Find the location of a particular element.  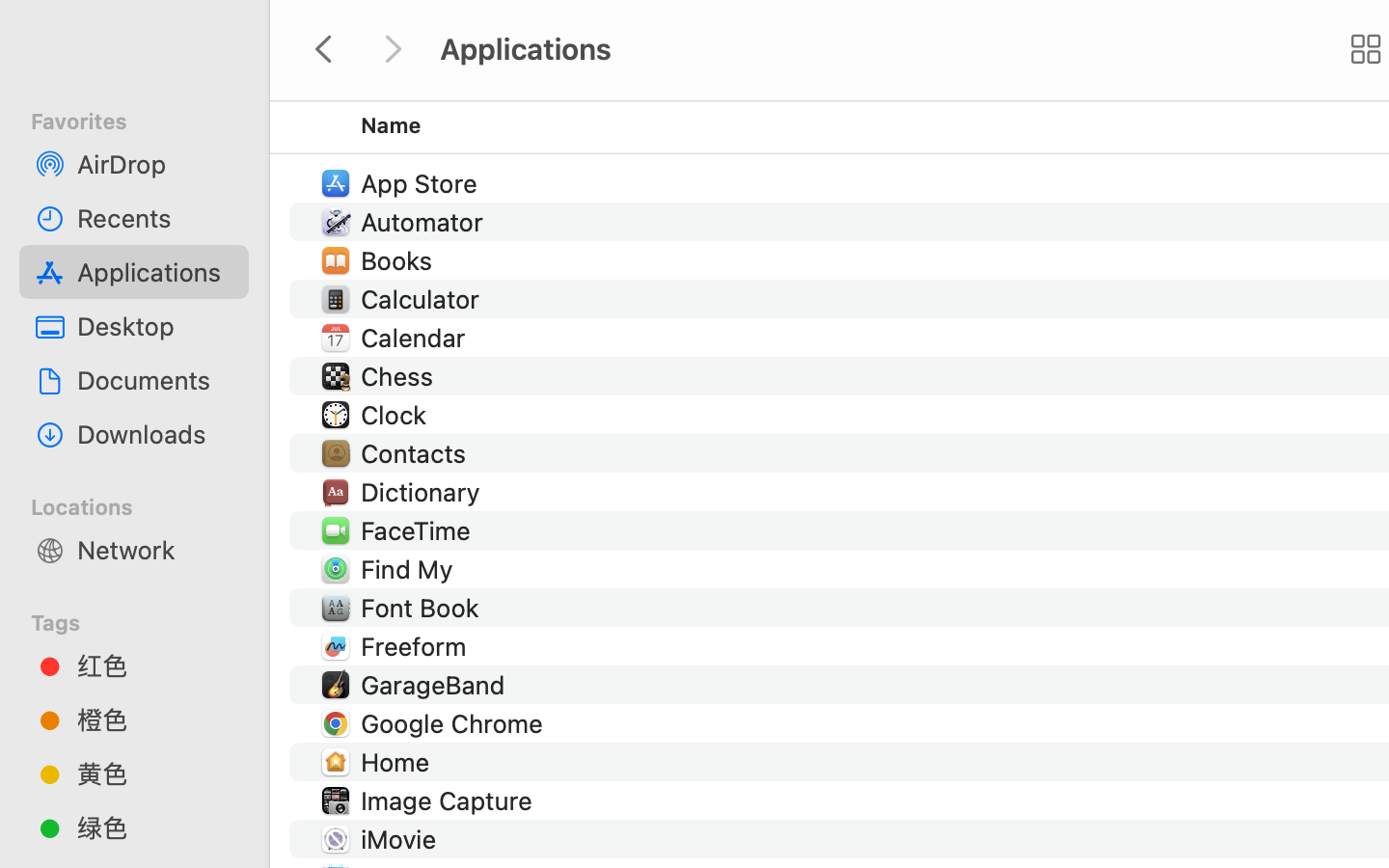

'Automator' is located at coordinates (425, 221).